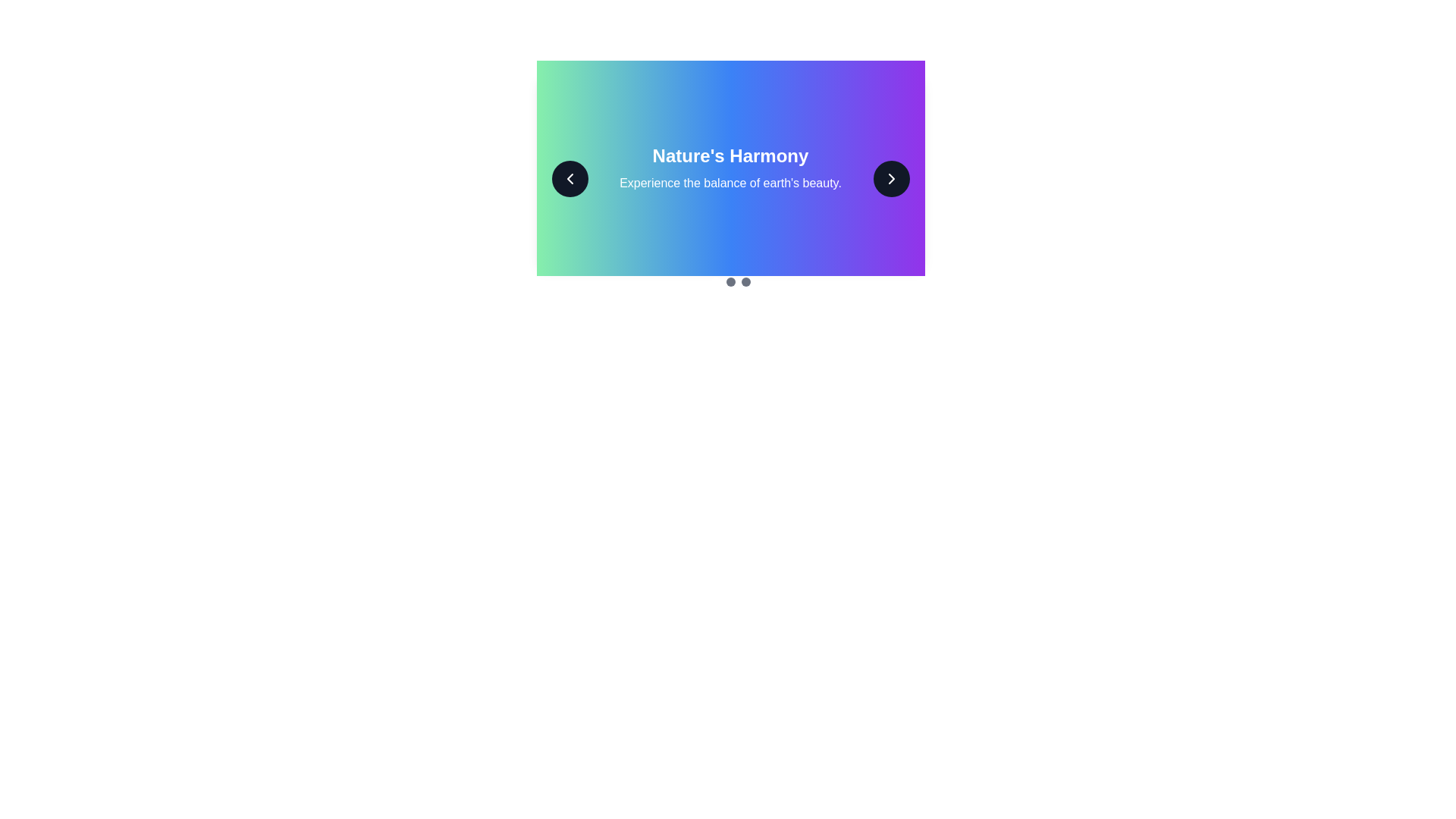  What do you see at coordinates (745, 281) in the screenshot?
I see `the third circular navigation indicator, which is a small gray circle indicating it is interactive` at bounding box center [745, 281].